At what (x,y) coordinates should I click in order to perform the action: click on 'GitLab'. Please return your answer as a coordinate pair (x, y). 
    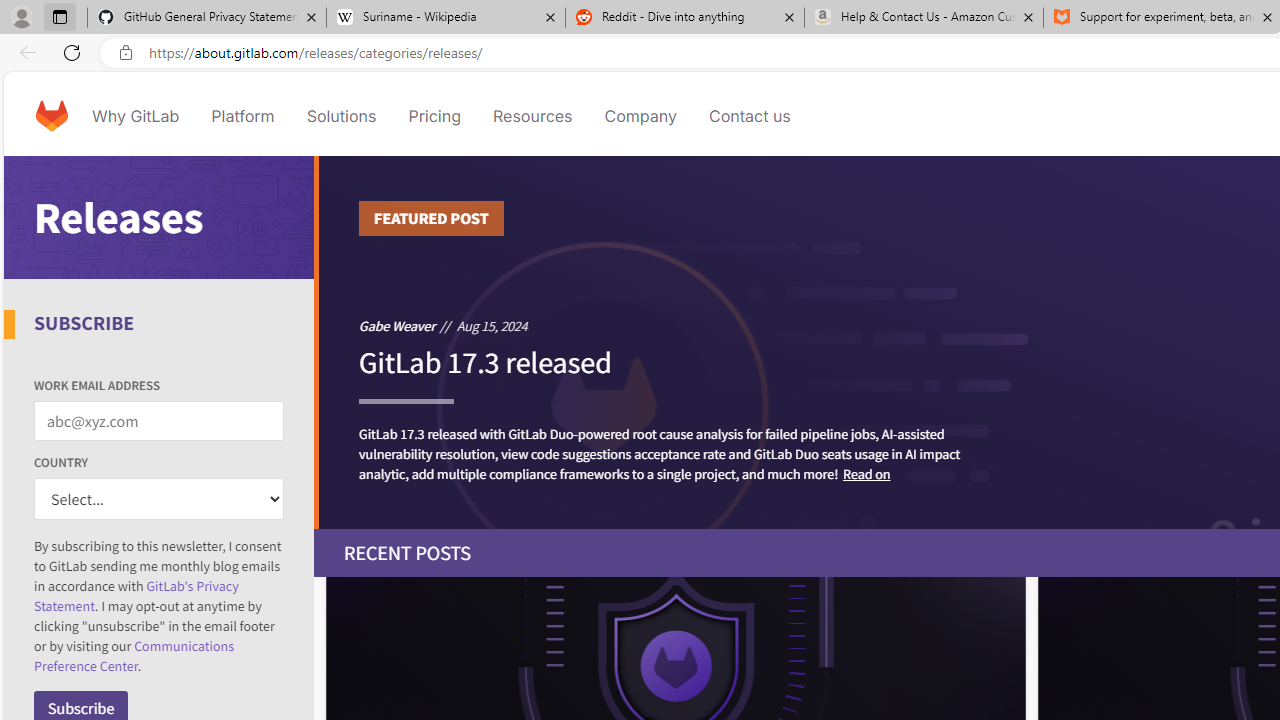
    Looking at the image, I should click on (135, 595).